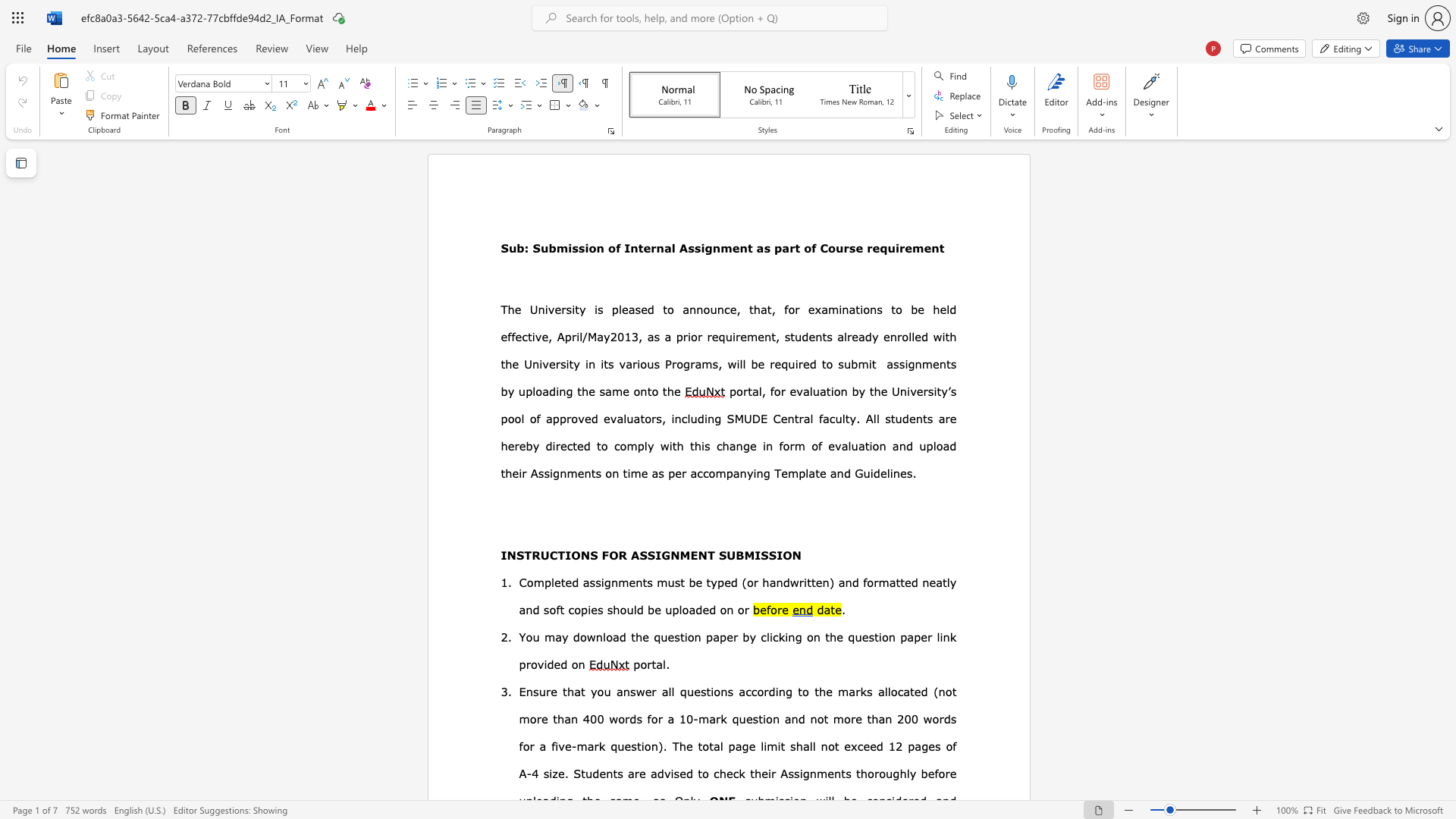  I want to click on the subset text "Students a" within the text "Students are", so click(573, 773).